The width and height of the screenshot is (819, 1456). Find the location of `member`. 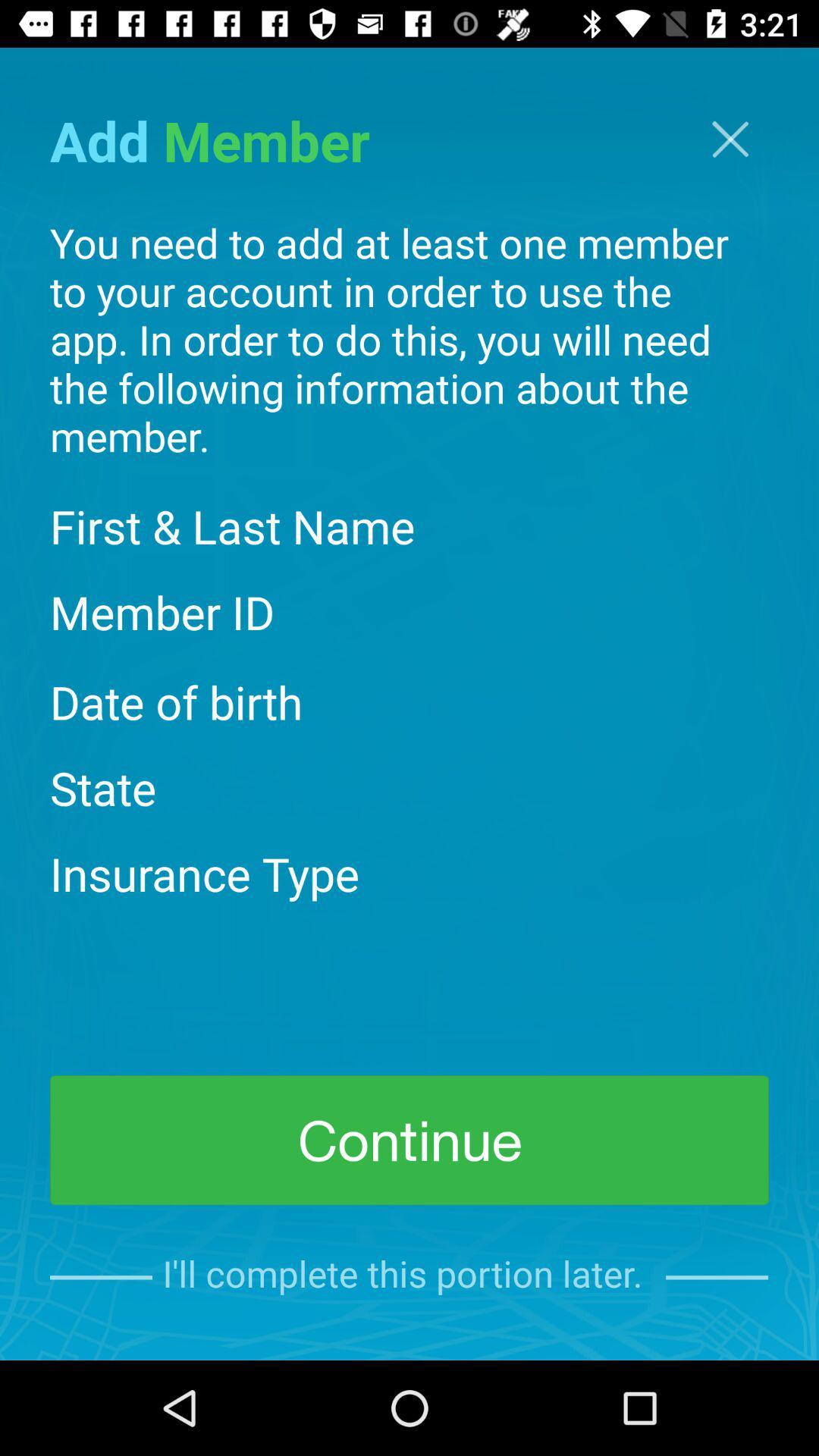

member is located at coordinates (730, 139).